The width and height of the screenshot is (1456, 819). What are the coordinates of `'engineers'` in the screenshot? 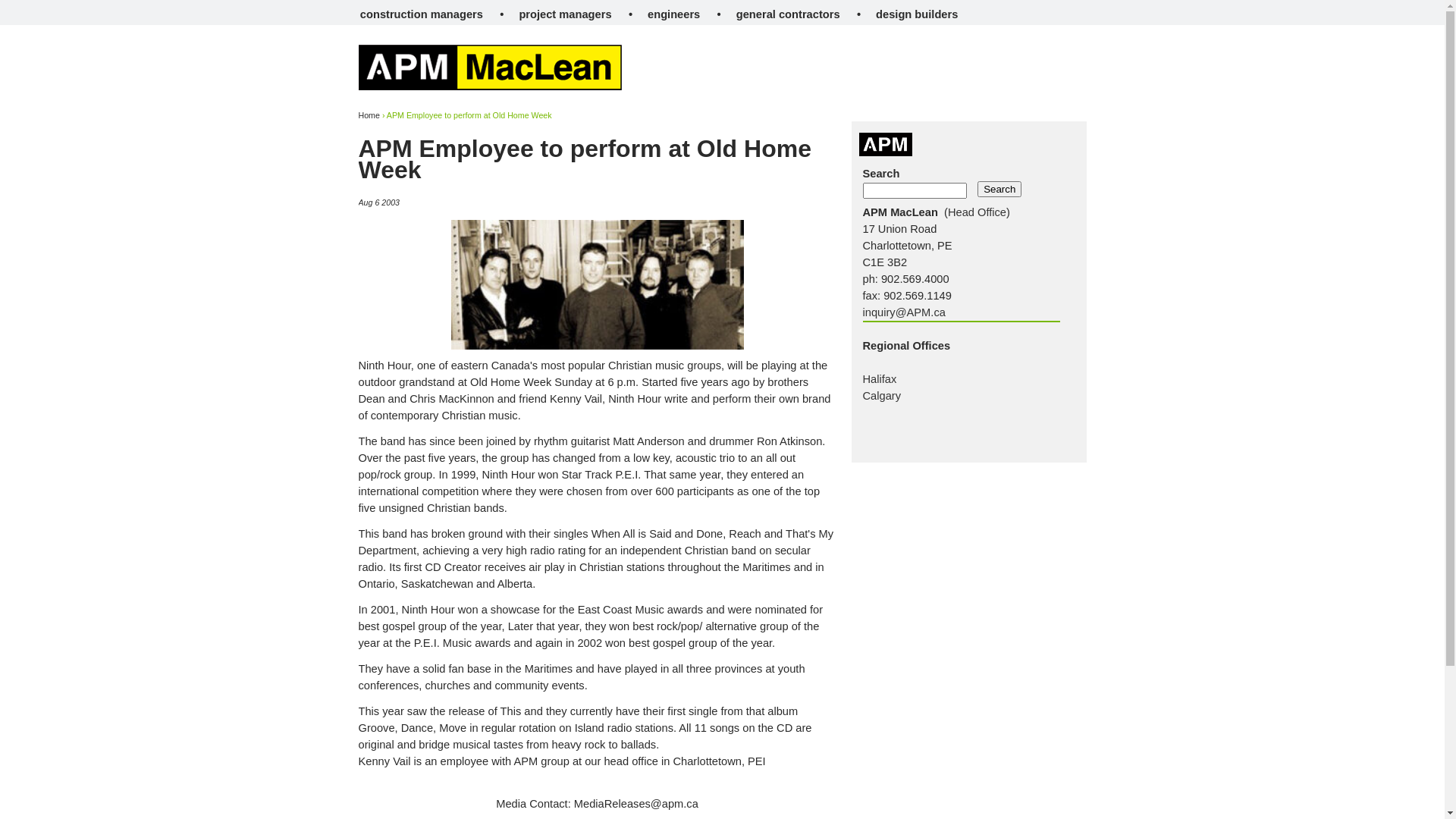 It's located at (673, 14).